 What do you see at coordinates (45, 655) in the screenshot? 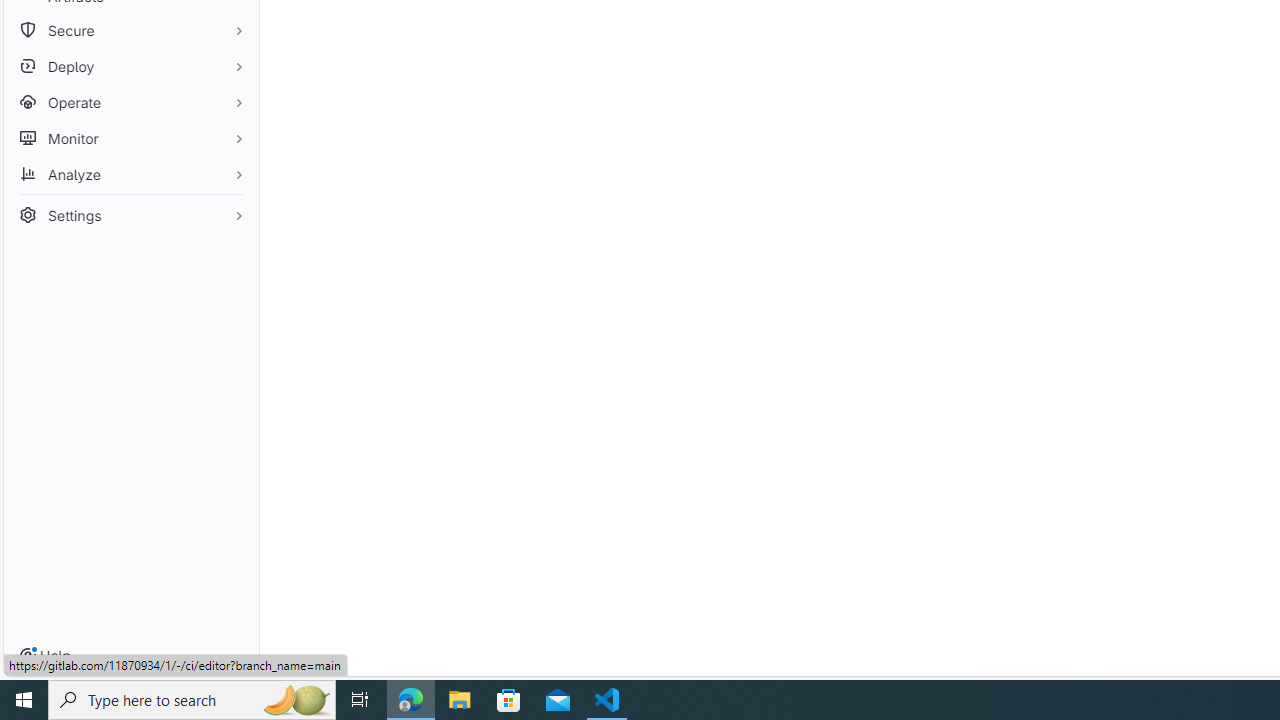
I see `'Help'` at bounding box center [45, 655].